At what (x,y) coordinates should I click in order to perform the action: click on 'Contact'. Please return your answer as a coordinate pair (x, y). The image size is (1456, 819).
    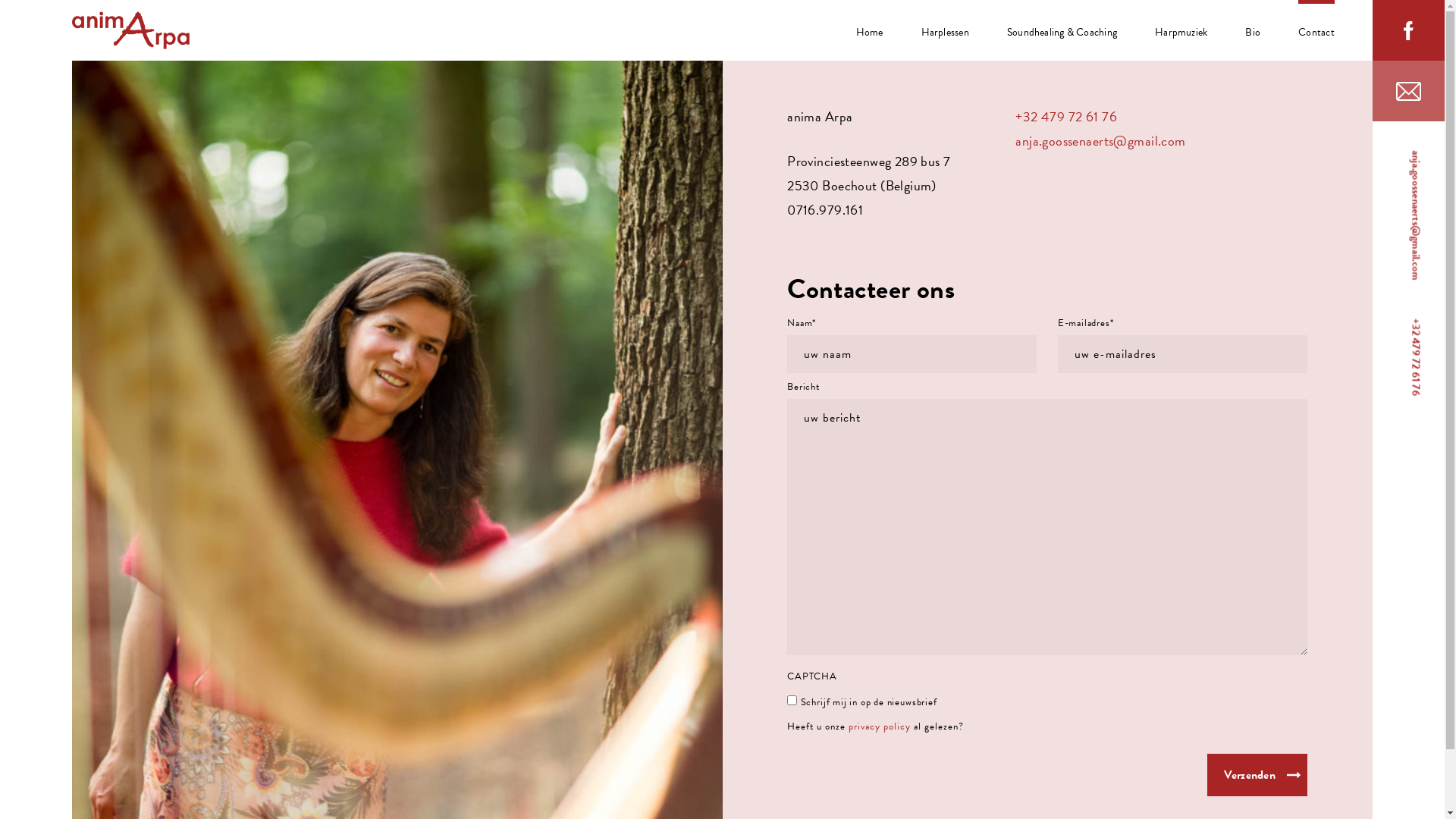
    Looking at the image, I should click on (1298, 30).